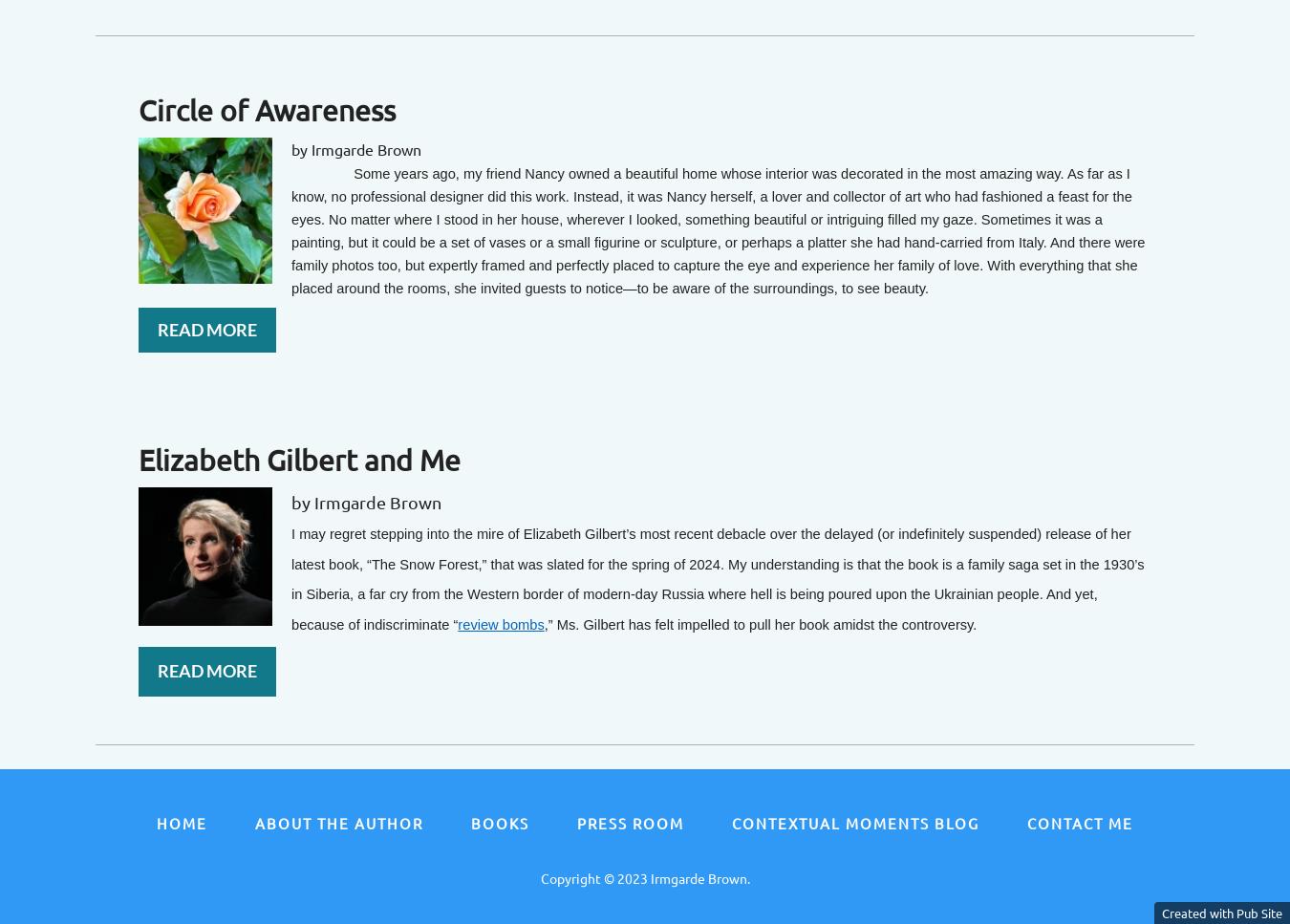  I want to click on 'Some years ago, my friend Nancy owned a beautiful home whose interior was decorated in the most amazing way. As far as I know, no professional designer did this work. Instead, it was Nancy herself, a lover and collector of art who had fashioned a feast for the eyes. No matter where I stood in her house, wherever I looked, something beautiful or intriguing filled my gaze. Sometimes it was a painting, but it could be a set of vases or a small figurine or sculpture, or perhaps a platter she had hand-carried from Italy. And there were family photos too, but expertly framed and perfectly placed to capture the eye and experience her family of love. With everything that she placed around the rooms, she invited guests to notice—to be aware of the surroundings, to see beauty.', so click(290, 229).